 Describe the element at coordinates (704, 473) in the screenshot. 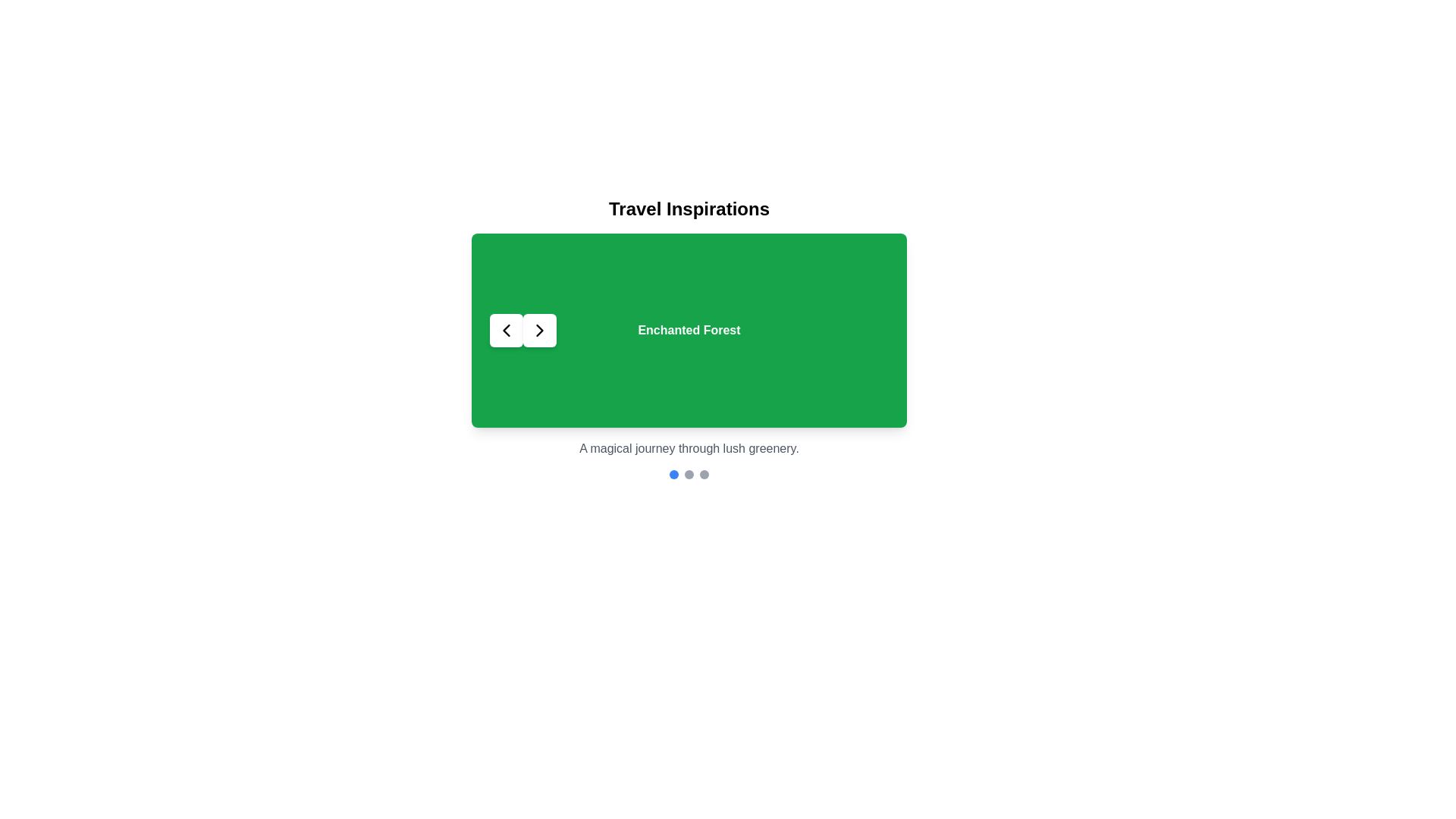

I see `the third Indicator Dot in the carousel, which is positioned below the green card and to the right of the blue and gray dots` at that location.